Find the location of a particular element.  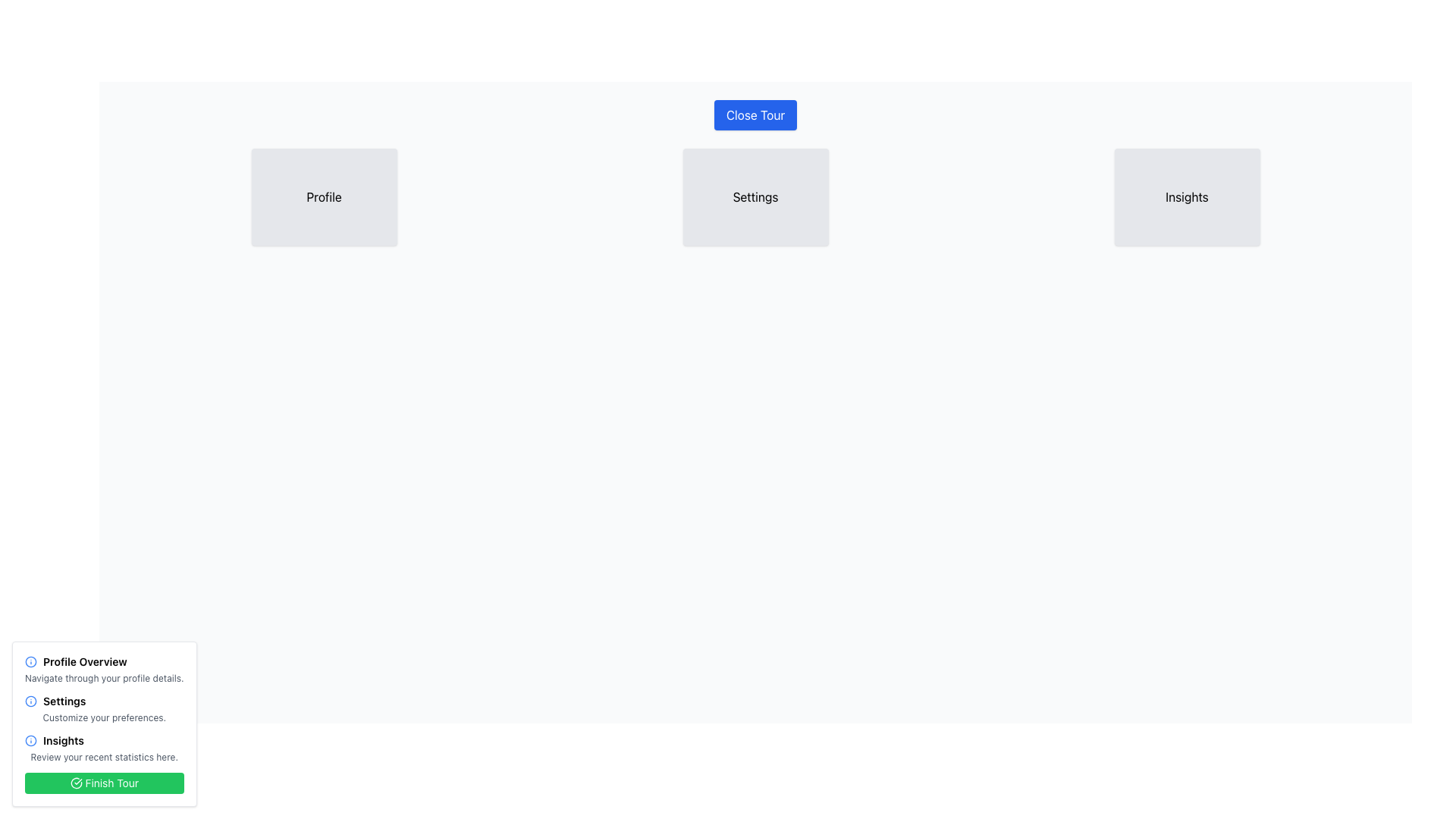

the small circular blue info icon located to the left of the 'Settings' label is located at coordinates (31, 701).